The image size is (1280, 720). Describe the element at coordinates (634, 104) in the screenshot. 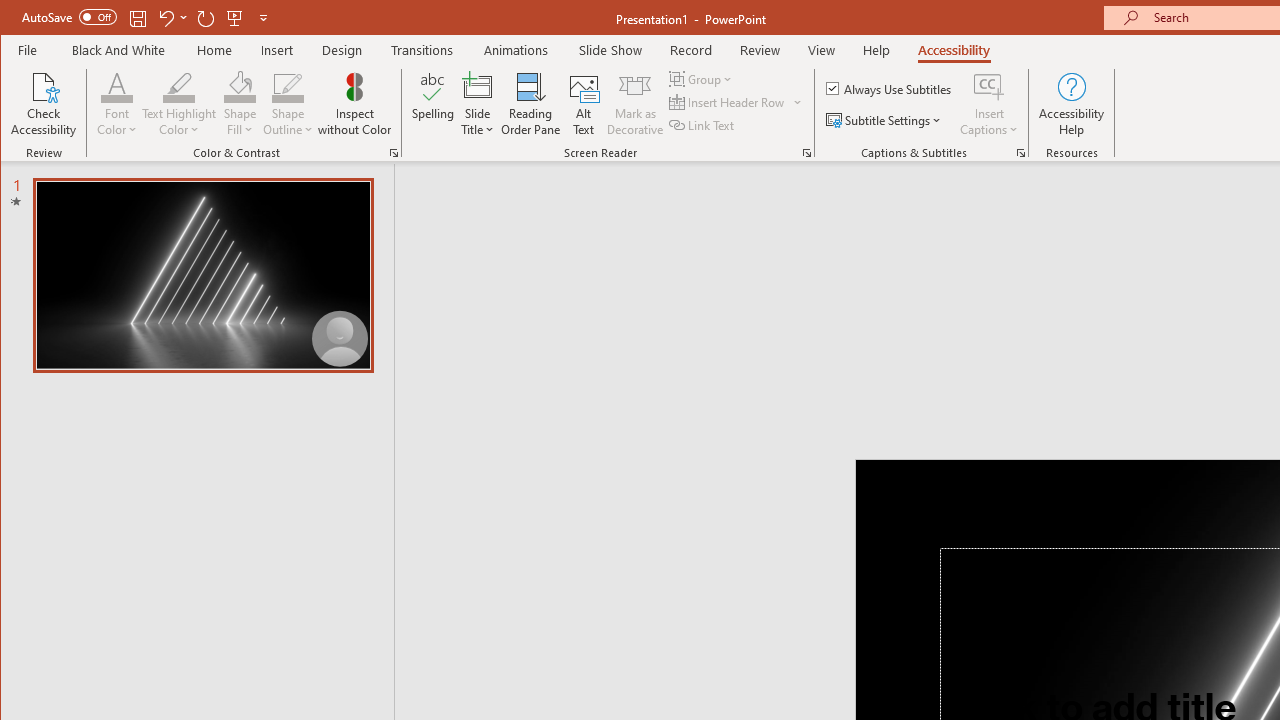

I see `'Mark as Decorative'` at that location.